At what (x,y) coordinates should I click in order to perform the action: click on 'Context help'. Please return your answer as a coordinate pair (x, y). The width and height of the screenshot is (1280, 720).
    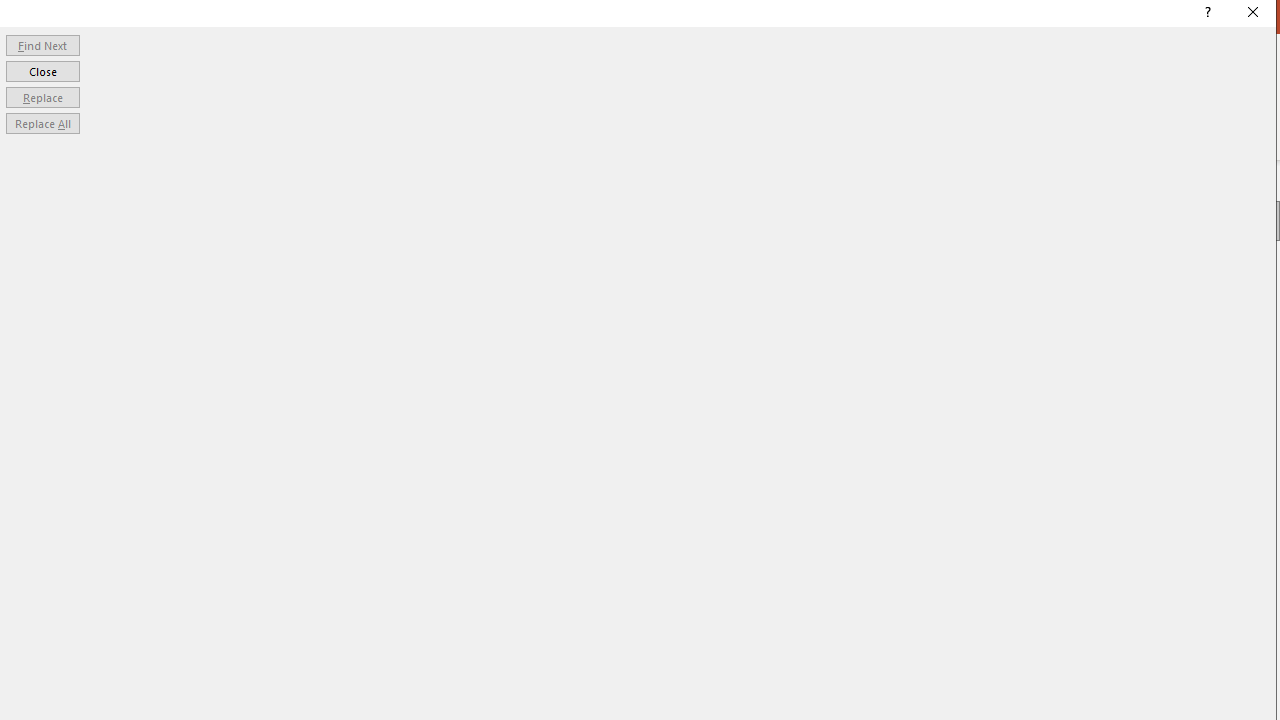
    Looking at the image, I should click on (1205, 15).